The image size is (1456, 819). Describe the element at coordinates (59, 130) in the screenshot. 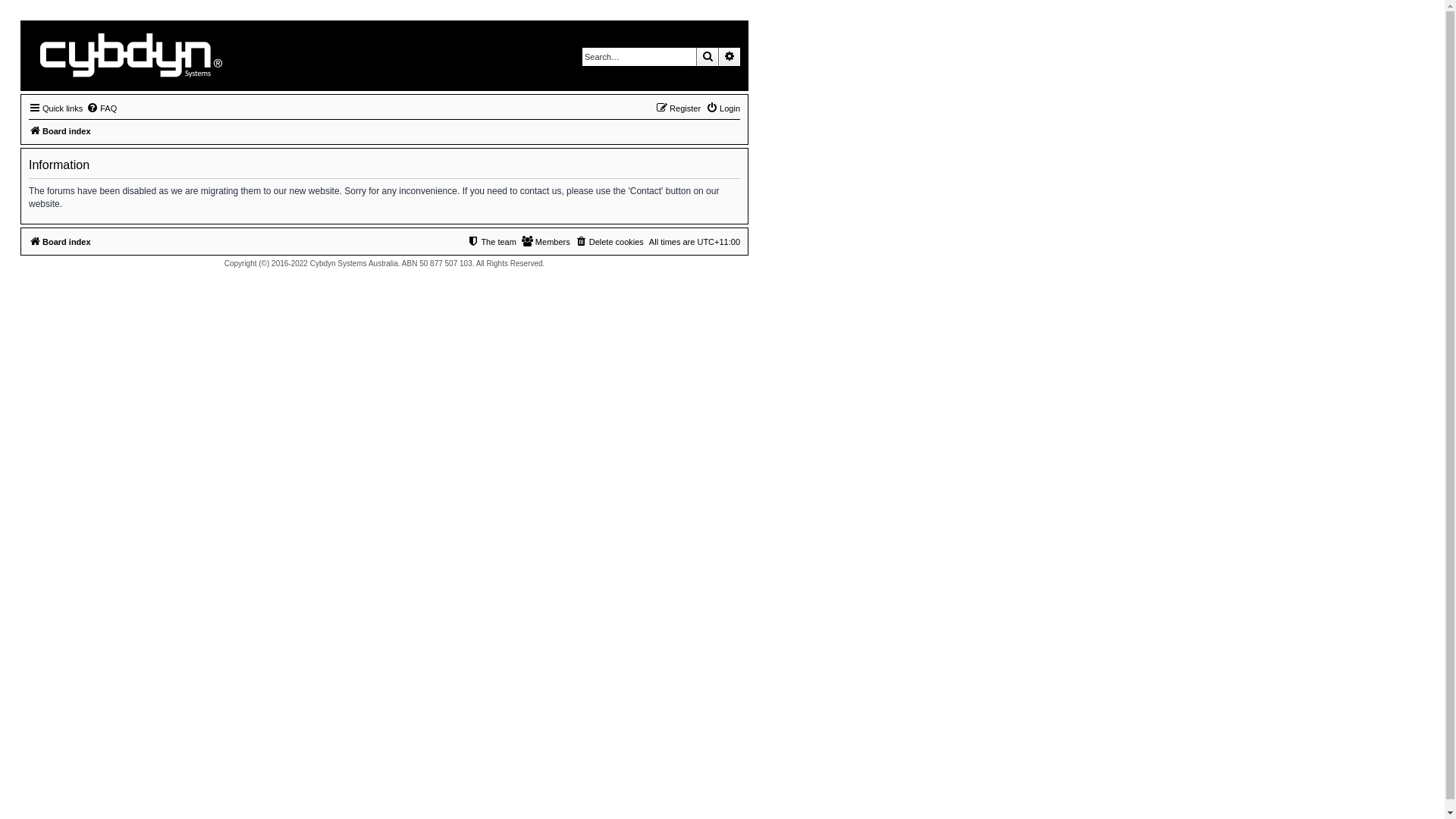

I see `'Board index'` at that location.